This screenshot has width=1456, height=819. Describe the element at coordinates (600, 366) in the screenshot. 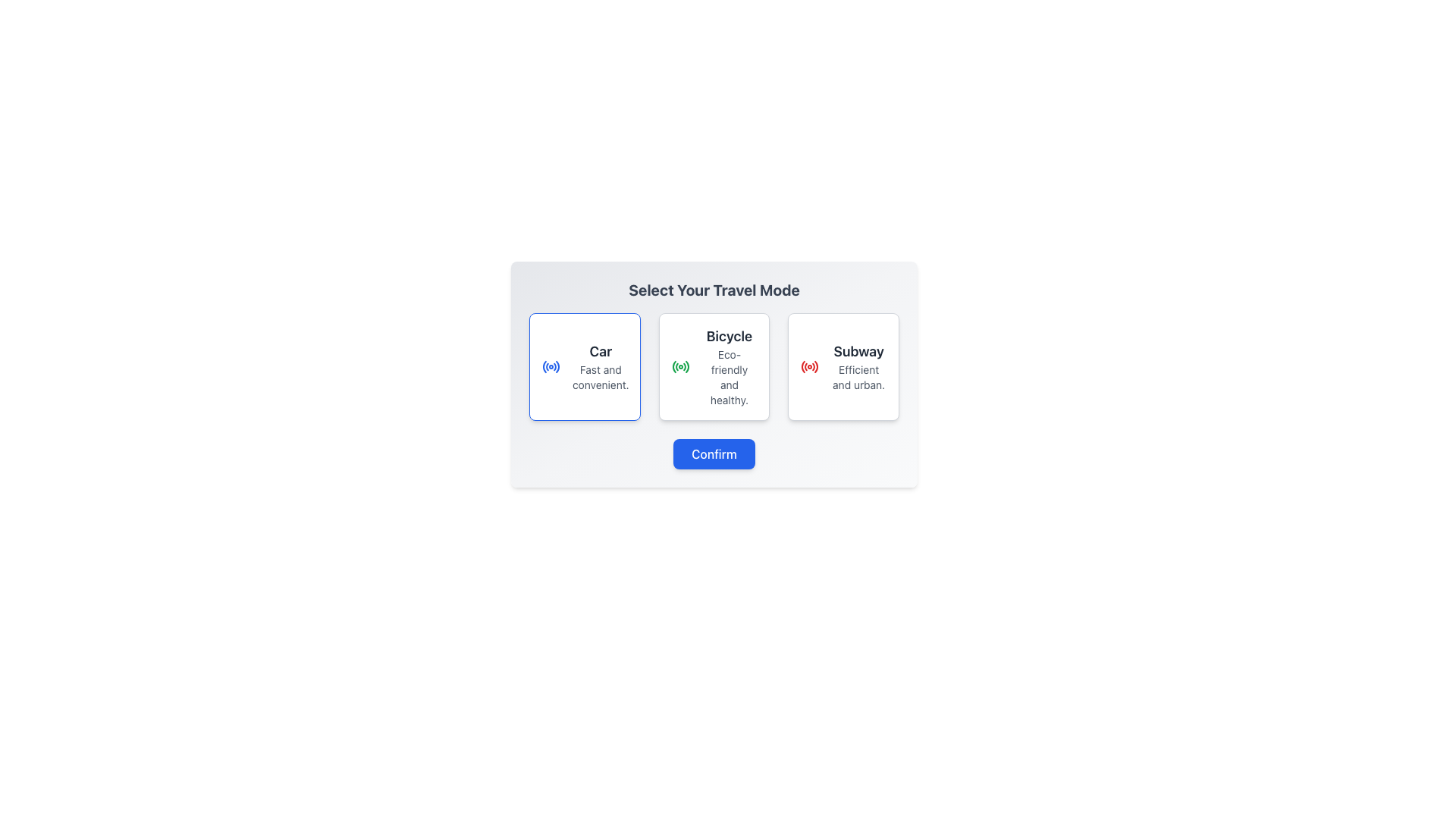

I see `the 'Car' Text Label component` at that location.